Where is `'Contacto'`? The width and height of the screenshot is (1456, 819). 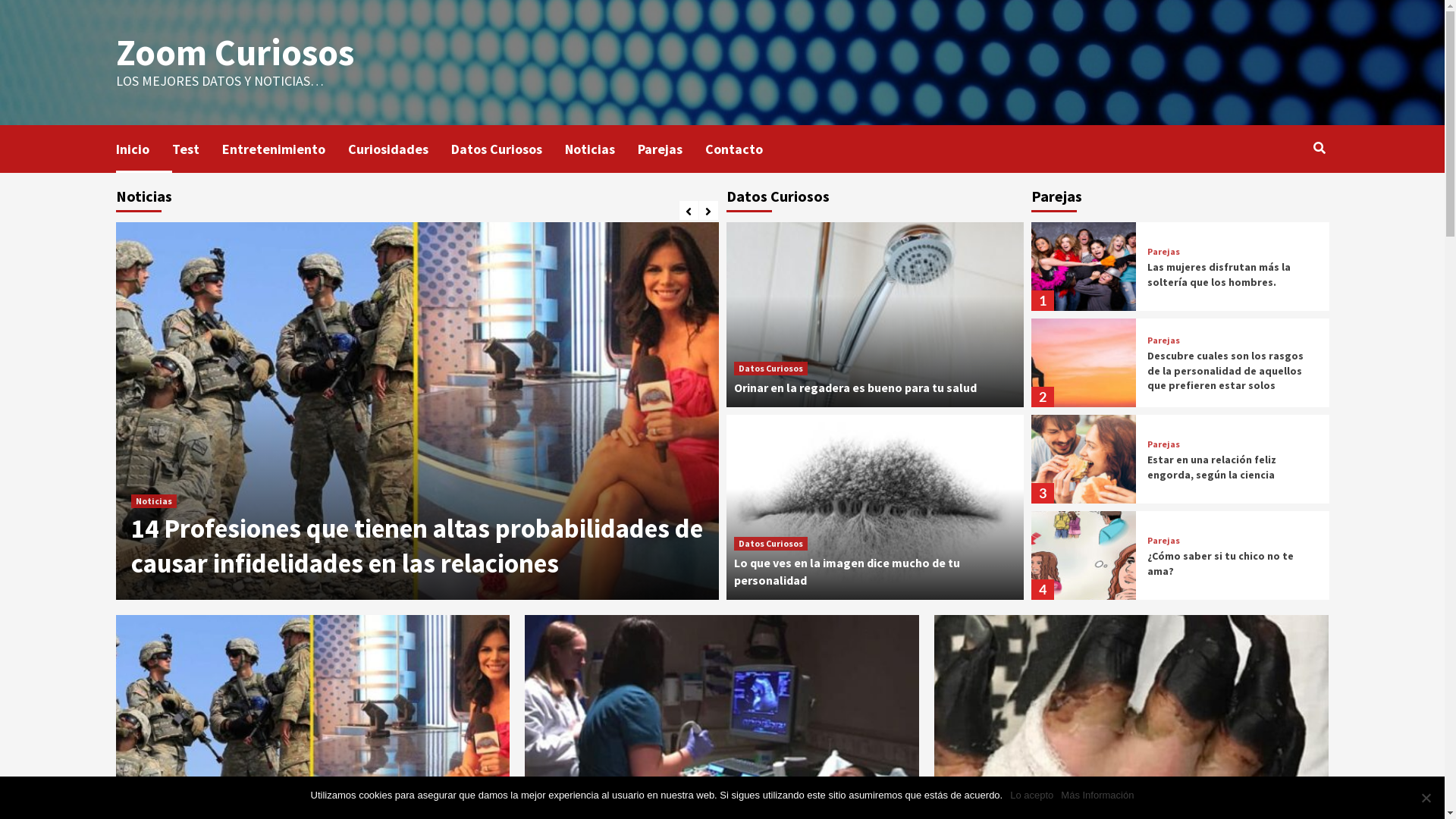 'Contacto' is located at coordinates (704, 149).